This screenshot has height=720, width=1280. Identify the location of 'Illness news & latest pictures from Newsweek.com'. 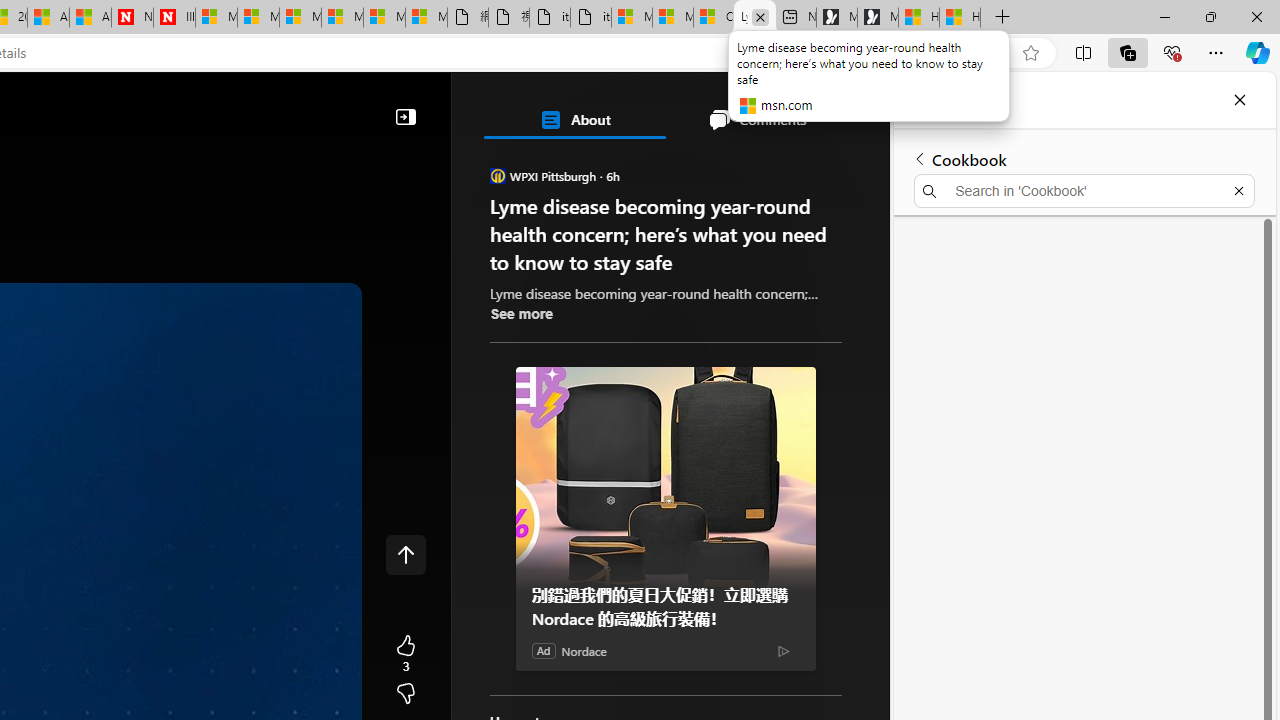
(174, 17).